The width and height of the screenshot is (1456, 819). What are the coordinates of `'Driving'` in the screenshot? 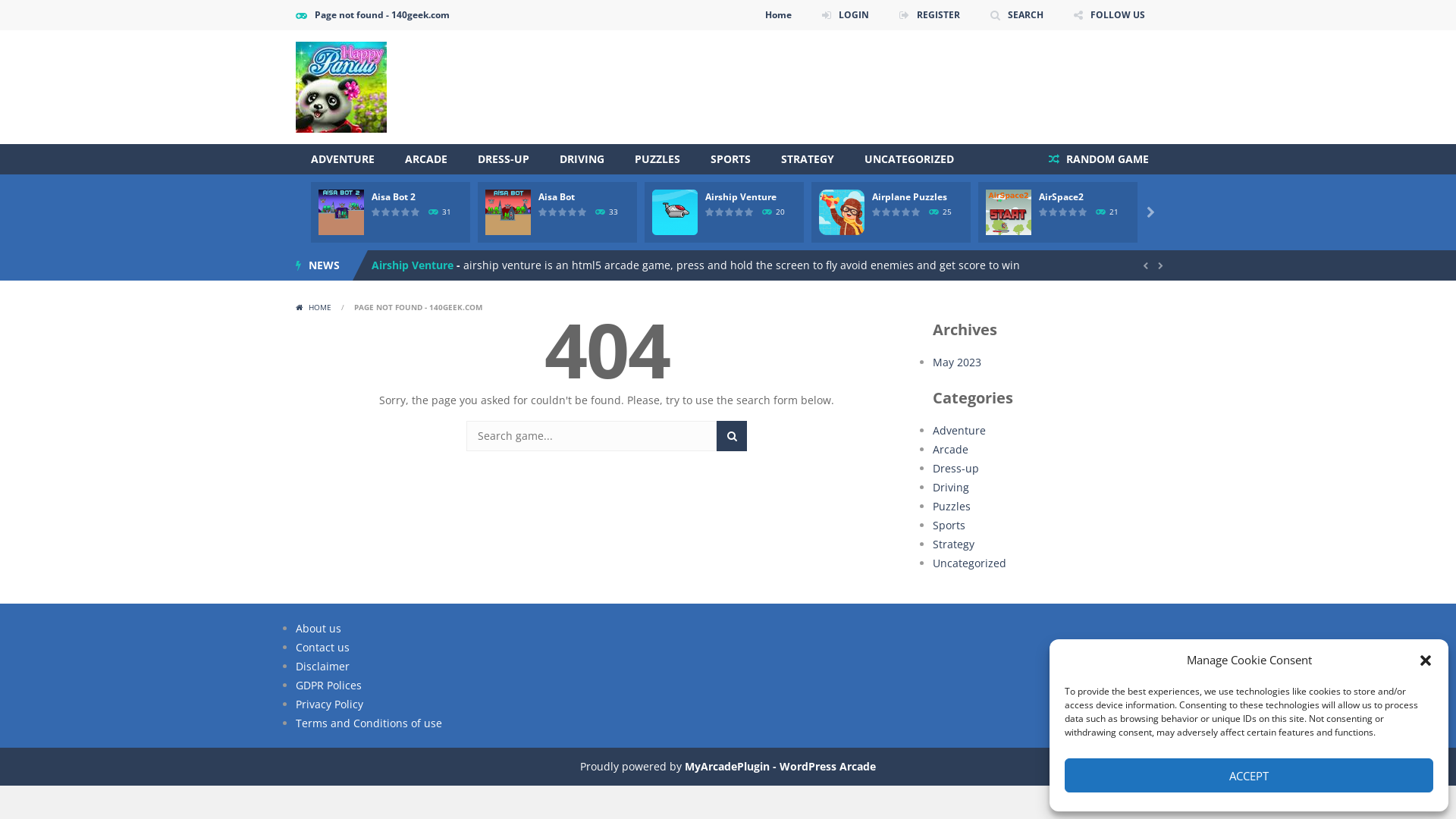 It's located at (949, 487).